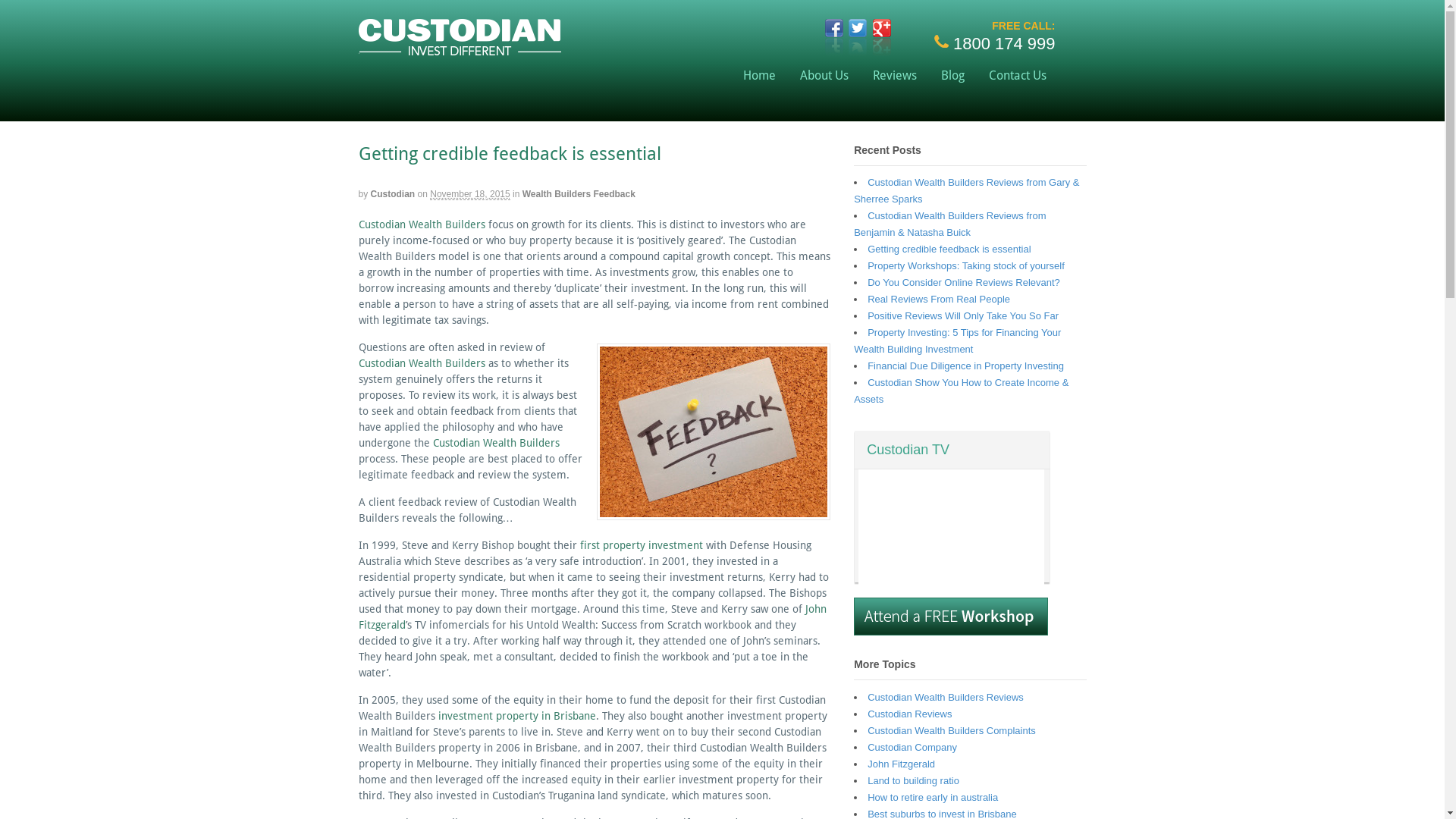 The height and width of the screenshot is (819, 1456). What do you see at coordinates (952, 75) in the screenshot?
I see `'Blog'` at bounding box center [952, 75].